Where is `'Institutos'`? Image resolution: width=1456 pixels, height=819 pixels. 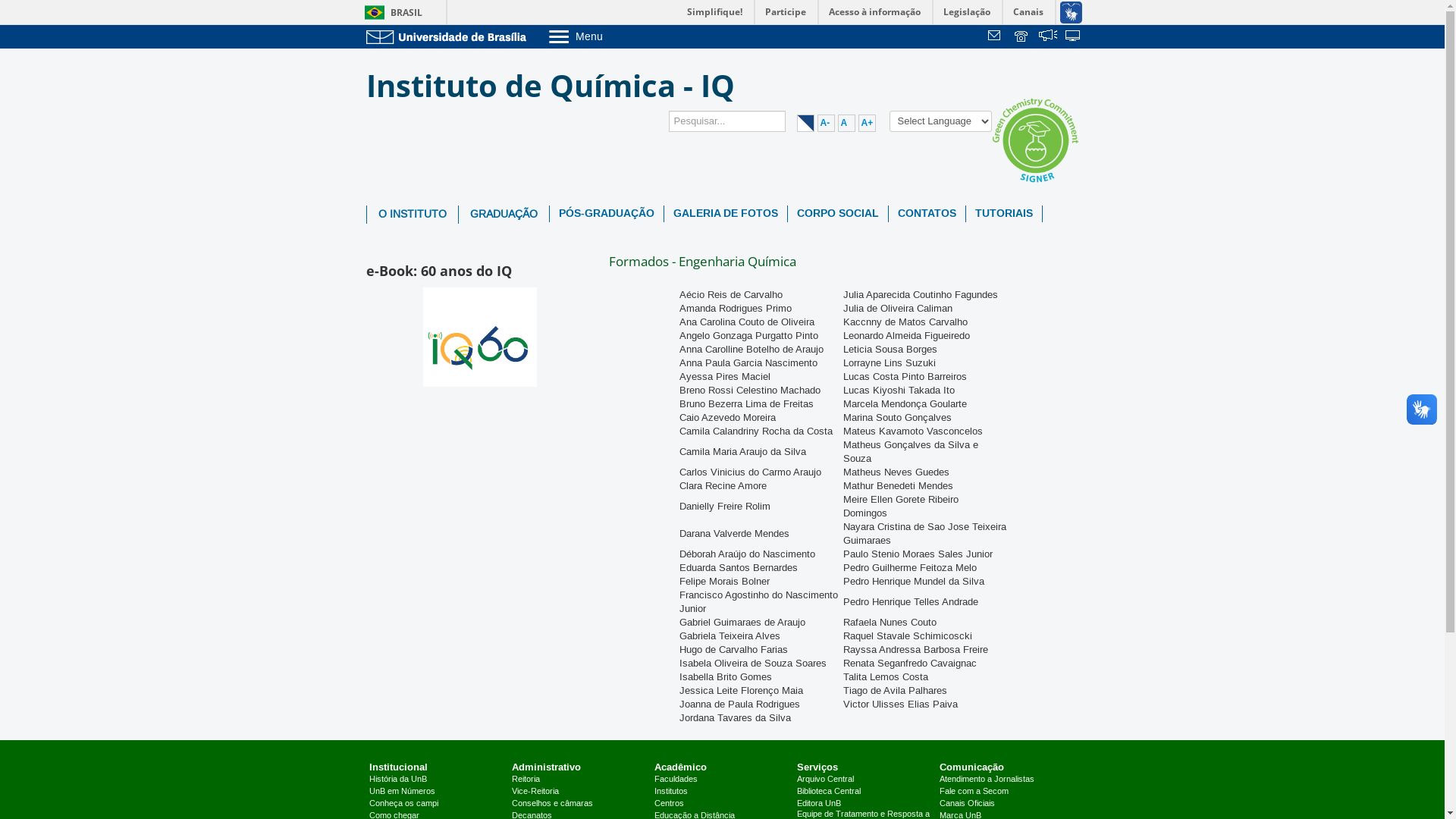
'Institutos' is located at coordinates (670, 791).